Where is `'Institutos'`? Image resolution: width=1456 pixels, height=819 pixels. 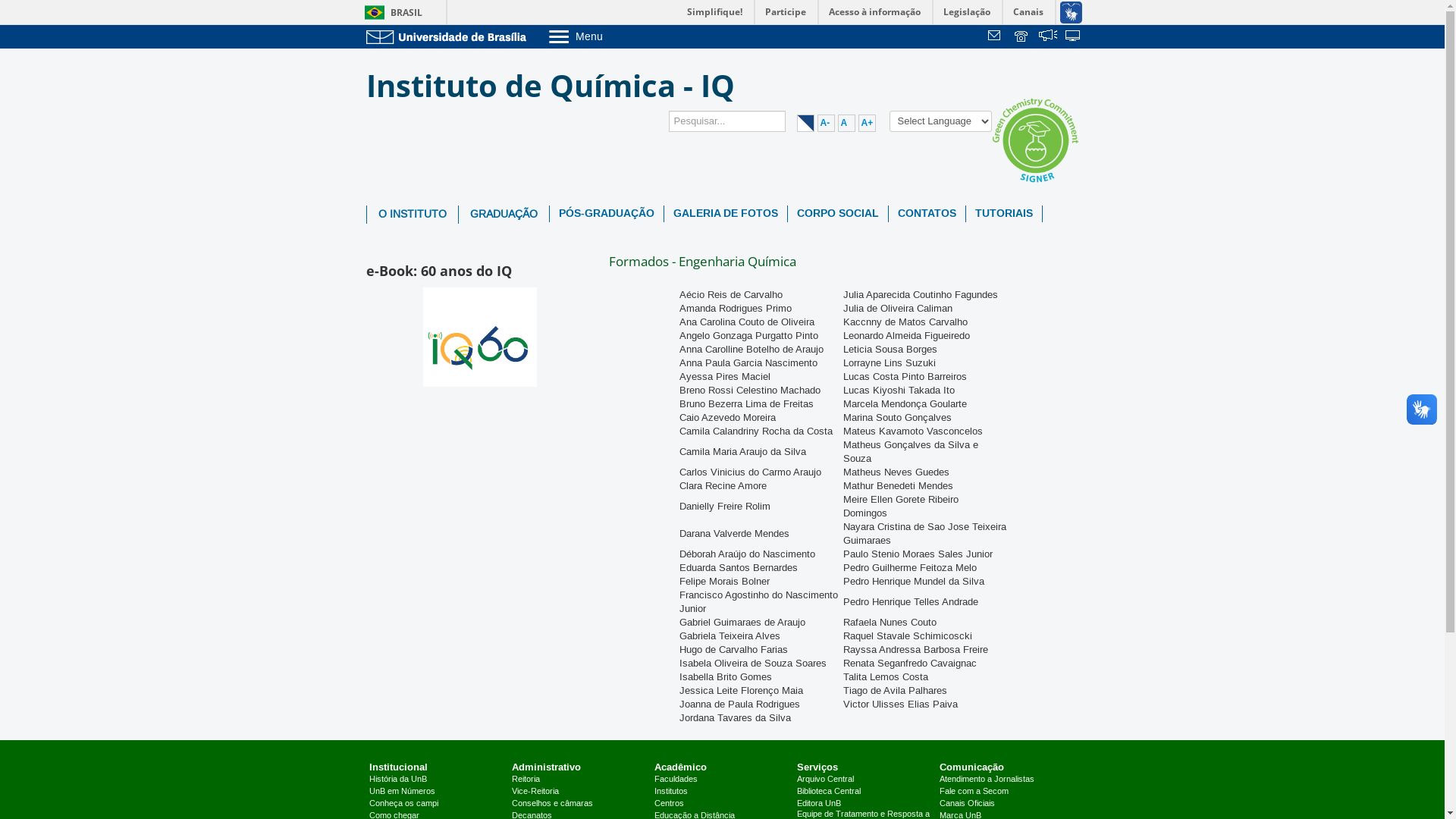
'Institutos' is located at coordinates (670, 791).